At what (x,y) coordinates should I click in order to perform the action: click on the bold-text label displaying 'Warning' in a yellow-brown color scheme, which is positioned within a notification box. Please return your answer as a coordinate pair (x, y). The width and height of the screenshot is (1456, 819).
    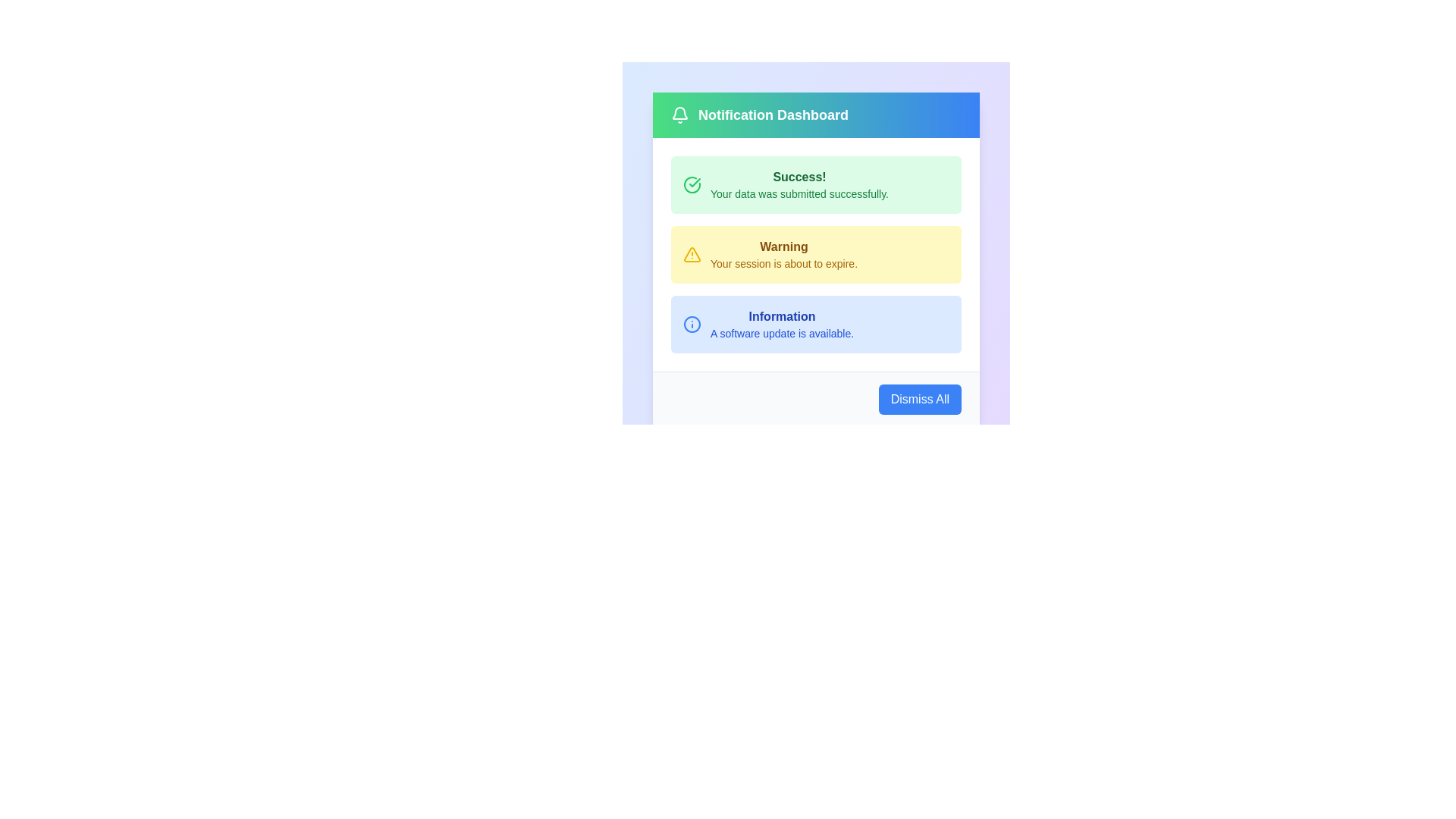
    Looking at the image, I should click on (784, 246).